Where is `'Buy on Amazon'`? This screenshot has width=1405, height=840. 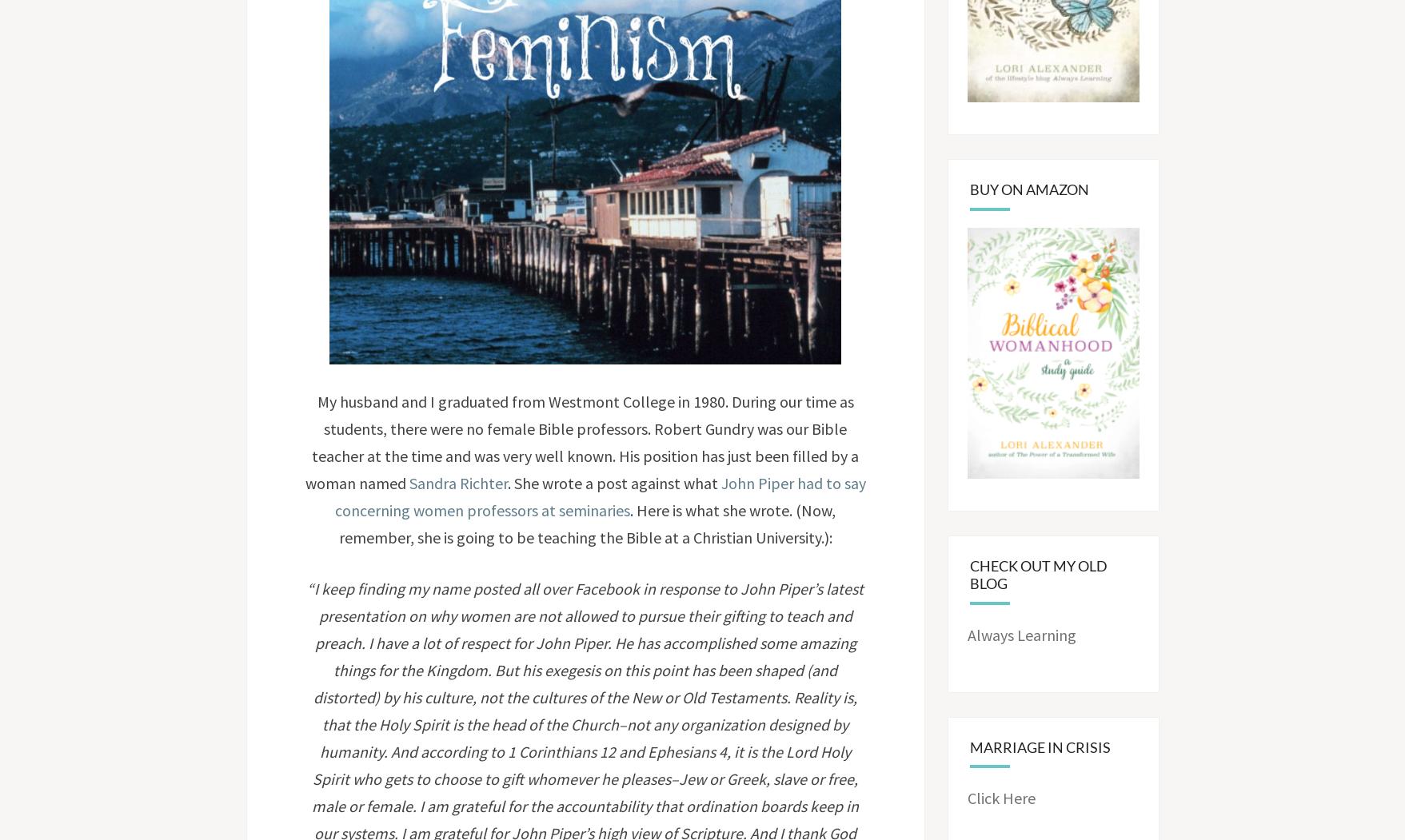
'Buy on Amazon' is located at coordinates (1029, 189).